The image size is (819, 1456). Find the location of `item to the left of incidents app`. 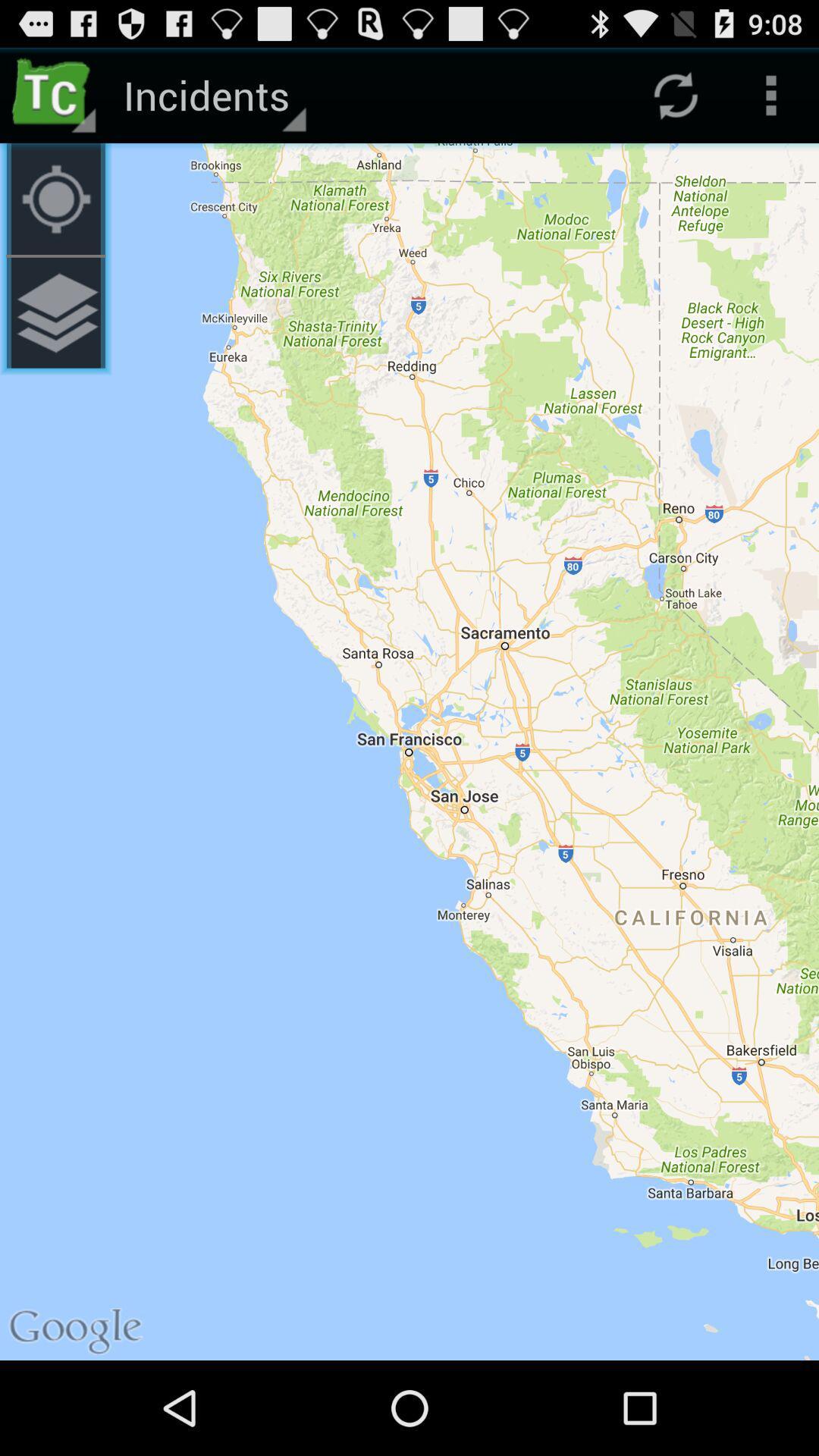

item to the left of incidents app is located at coordinates (55, 198).